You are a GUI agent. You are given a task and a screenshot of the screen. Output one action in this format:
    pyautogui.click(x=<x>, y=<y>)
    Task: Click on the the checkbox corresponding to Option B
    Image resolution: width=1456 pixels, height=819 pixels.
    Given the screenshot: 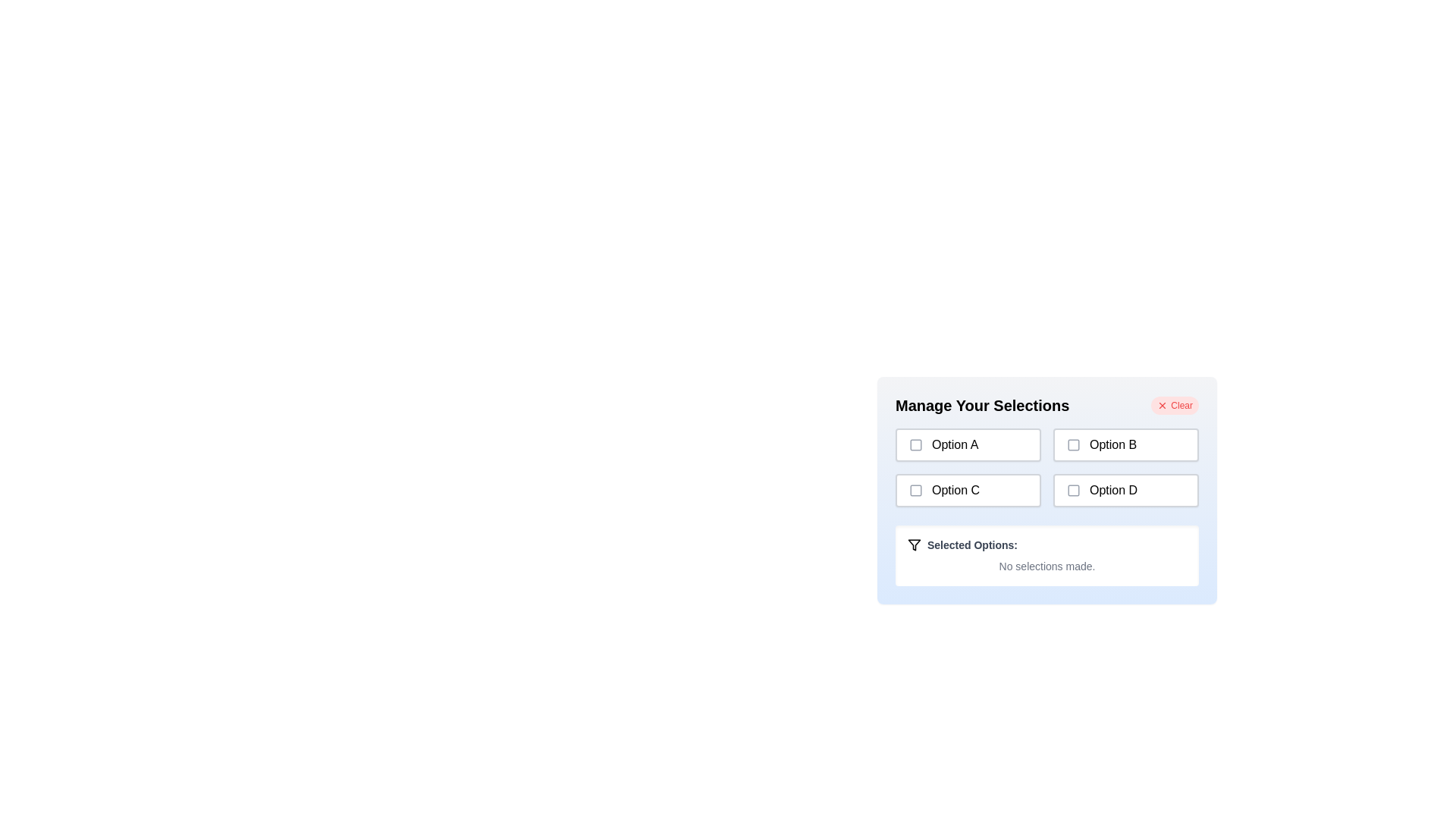 What is the action you would take?
    pyautogui.click(x=1073, y=444)
    